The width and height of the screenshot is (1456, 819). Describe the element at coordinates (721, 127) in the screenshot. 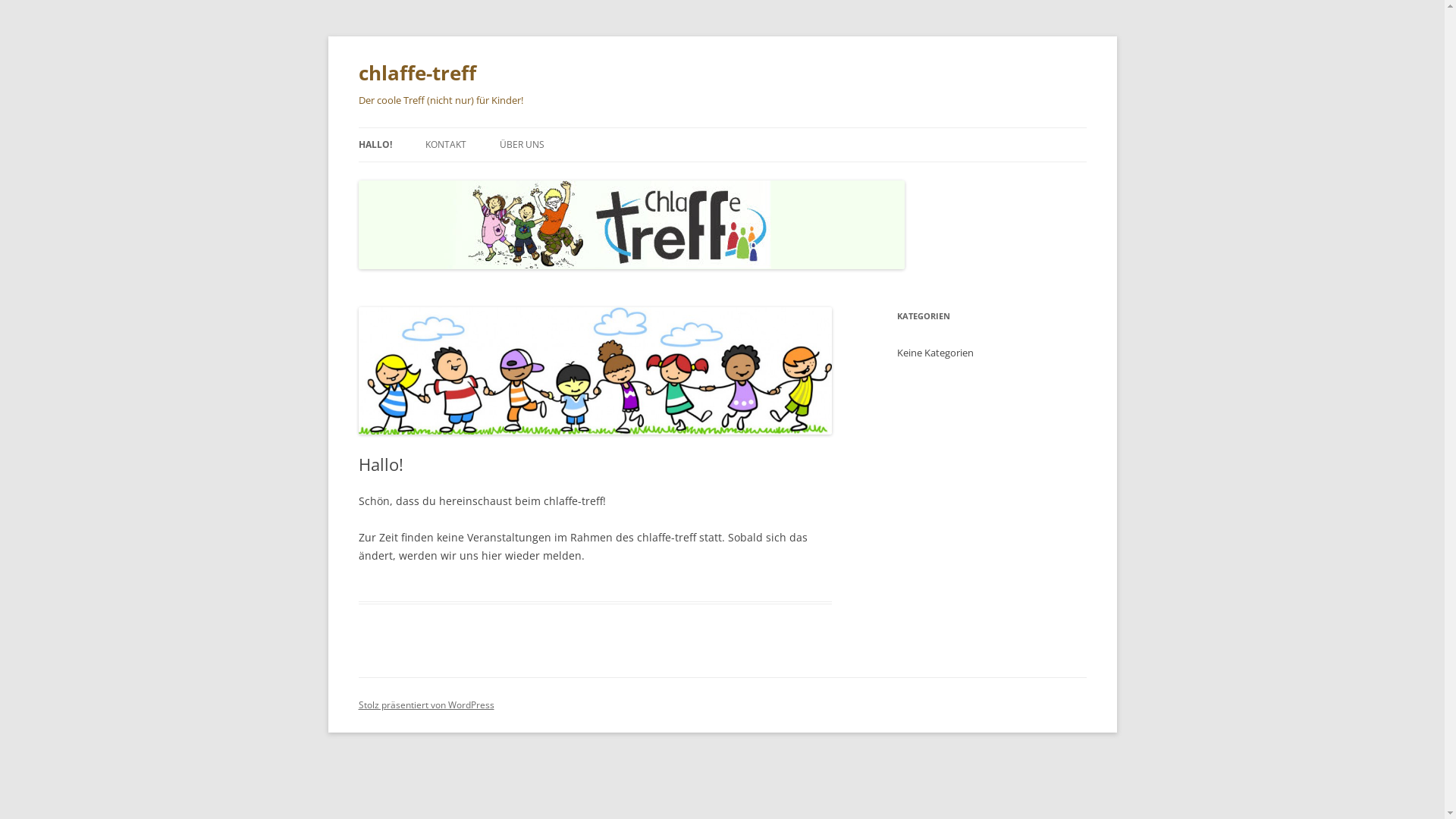

I see `'Zum Inhalt springen'` at that location.